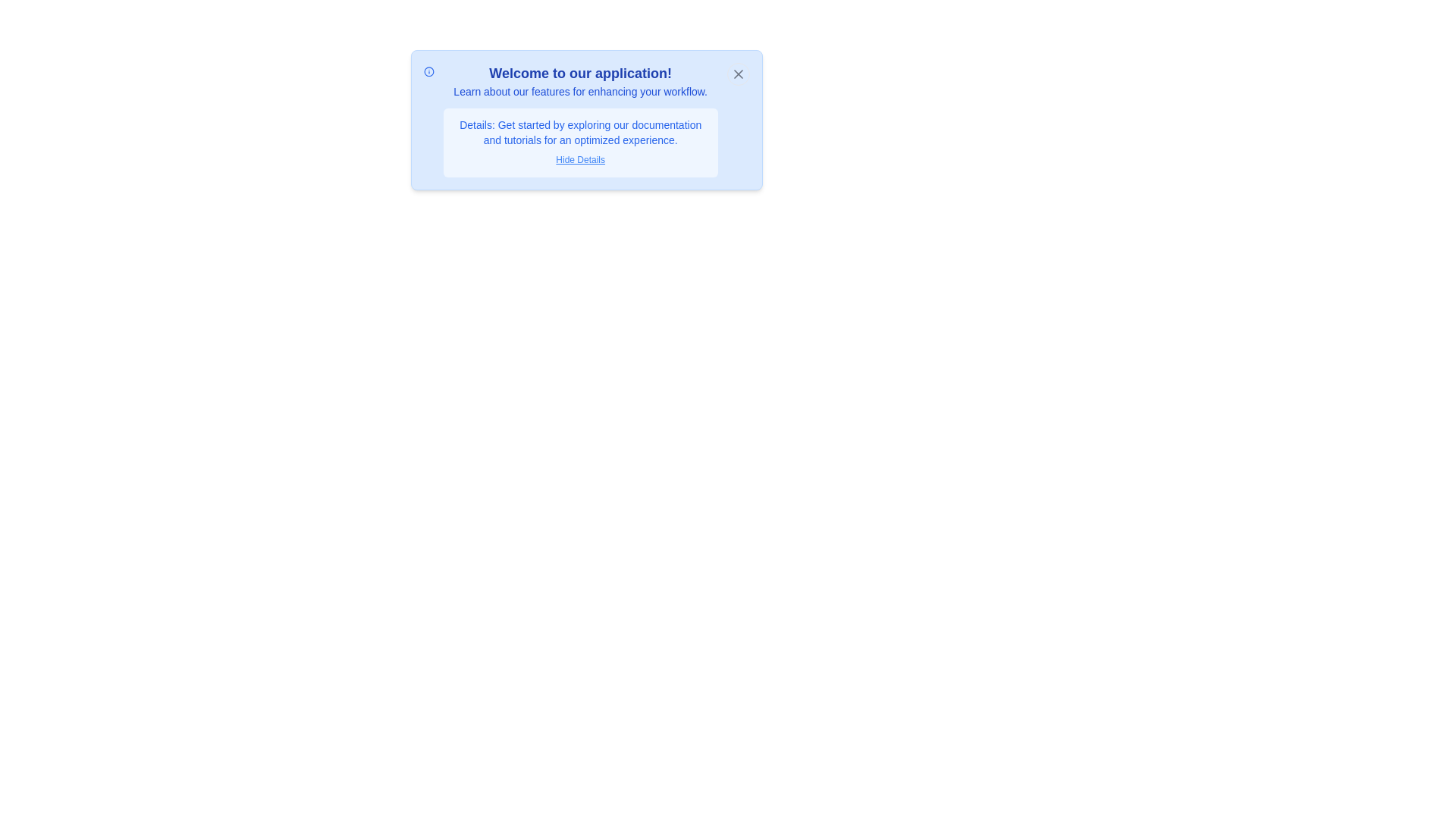  Describe the element at coordinates (428, 72) in the screenshot. I see `the alert icon to inspect it` at that location.